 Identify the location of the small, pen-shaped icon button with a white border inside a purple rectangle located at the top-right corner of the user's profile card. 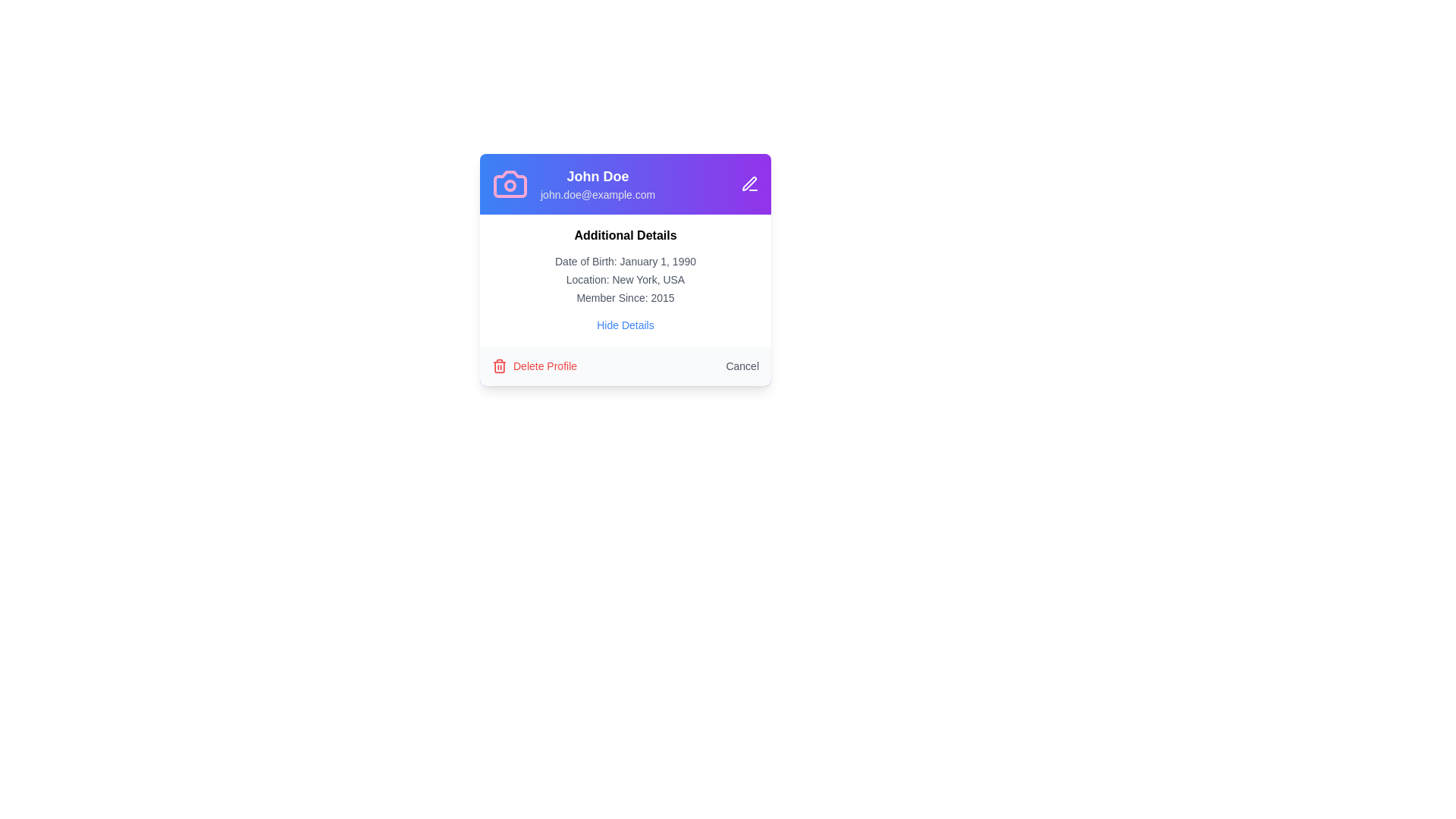
(749, 184).